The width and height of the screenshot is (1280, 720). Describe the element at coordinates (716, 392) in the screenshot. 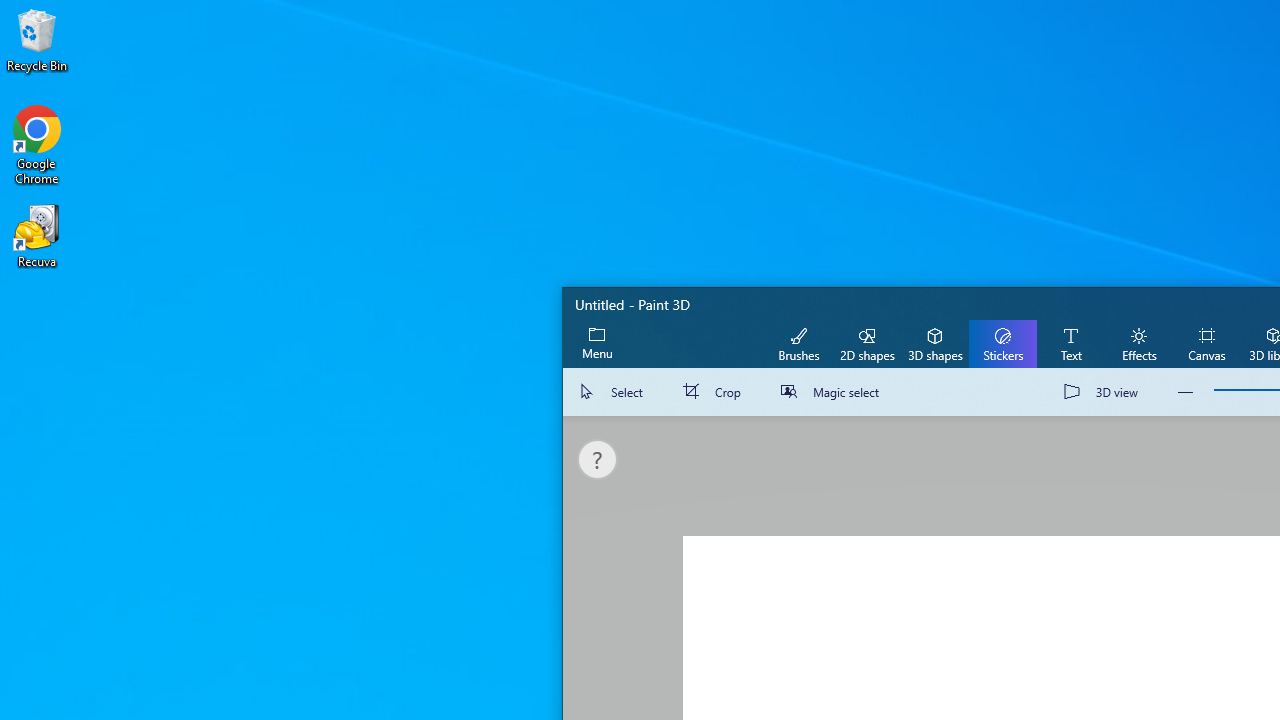

I see `'Crop'` at that location.